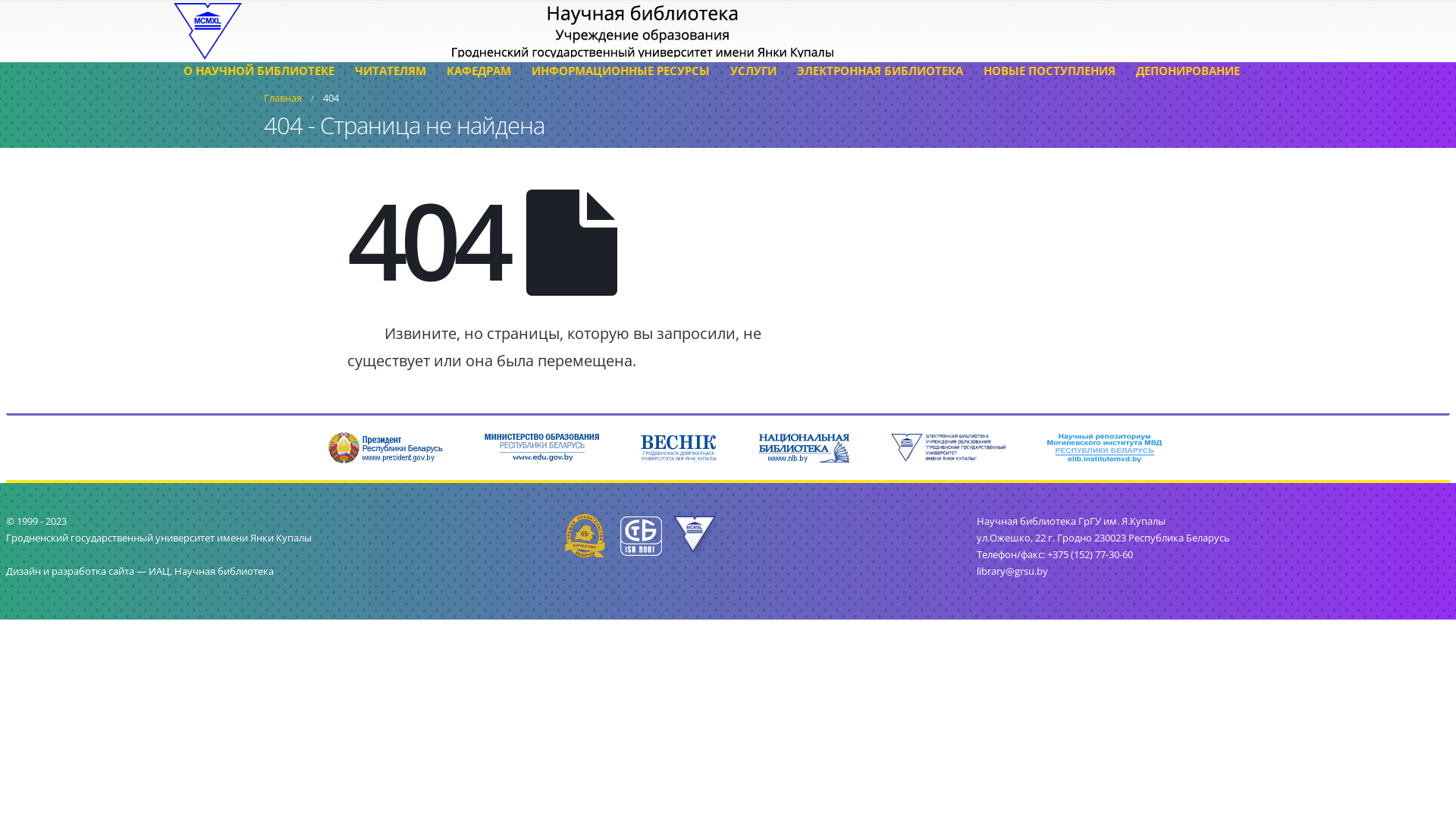  Describe the element at coordinates (1012, 571) in the screenshot. I see `'library@grsu.by'` at that location.